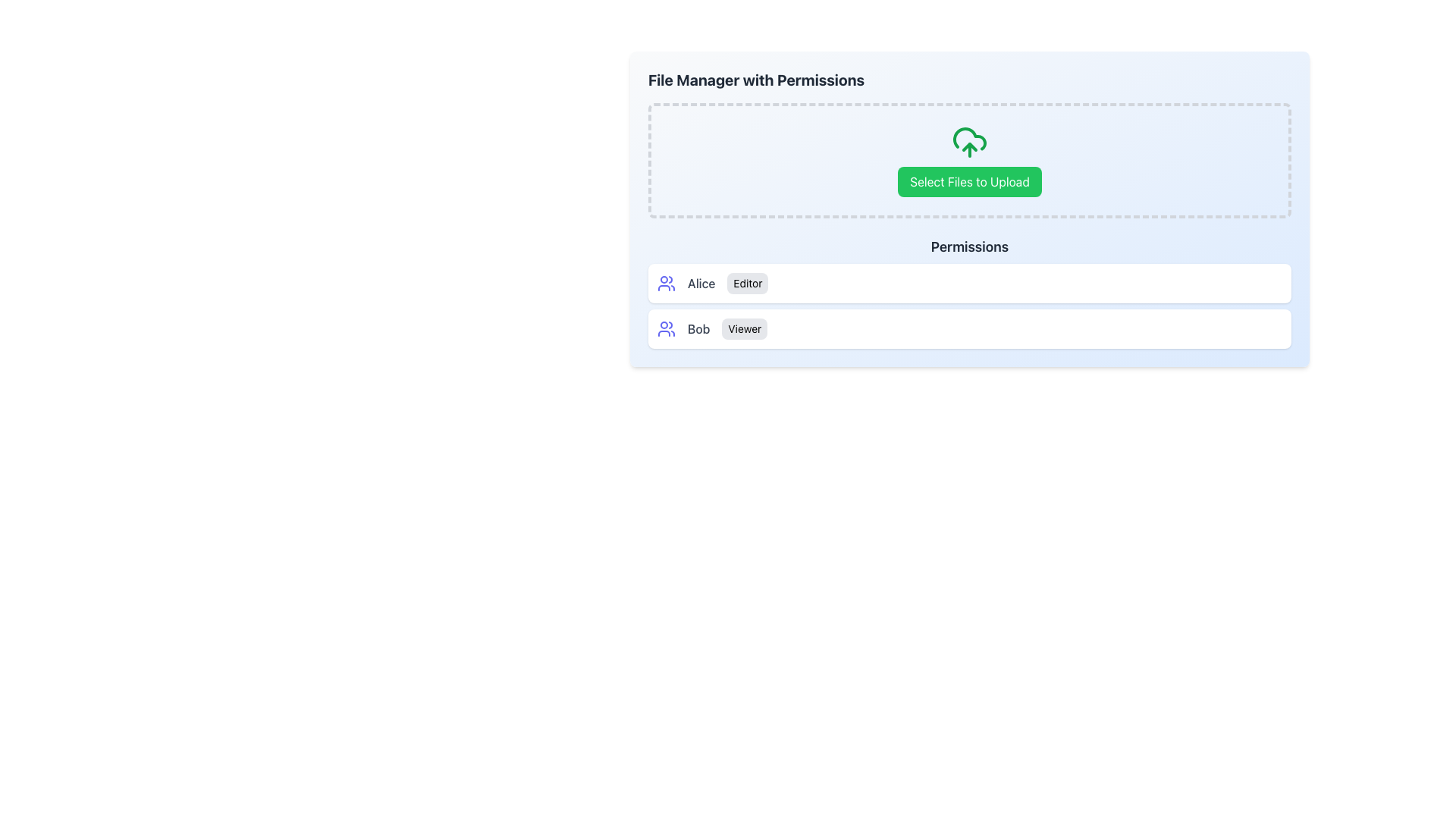  Describe the element at coordinates (968, 328) in the screenshot. I see `the role badge for the user 'Bob' identified in the user role assignment display, which is located in the permissions section below 'Alice Editor'` at that location.